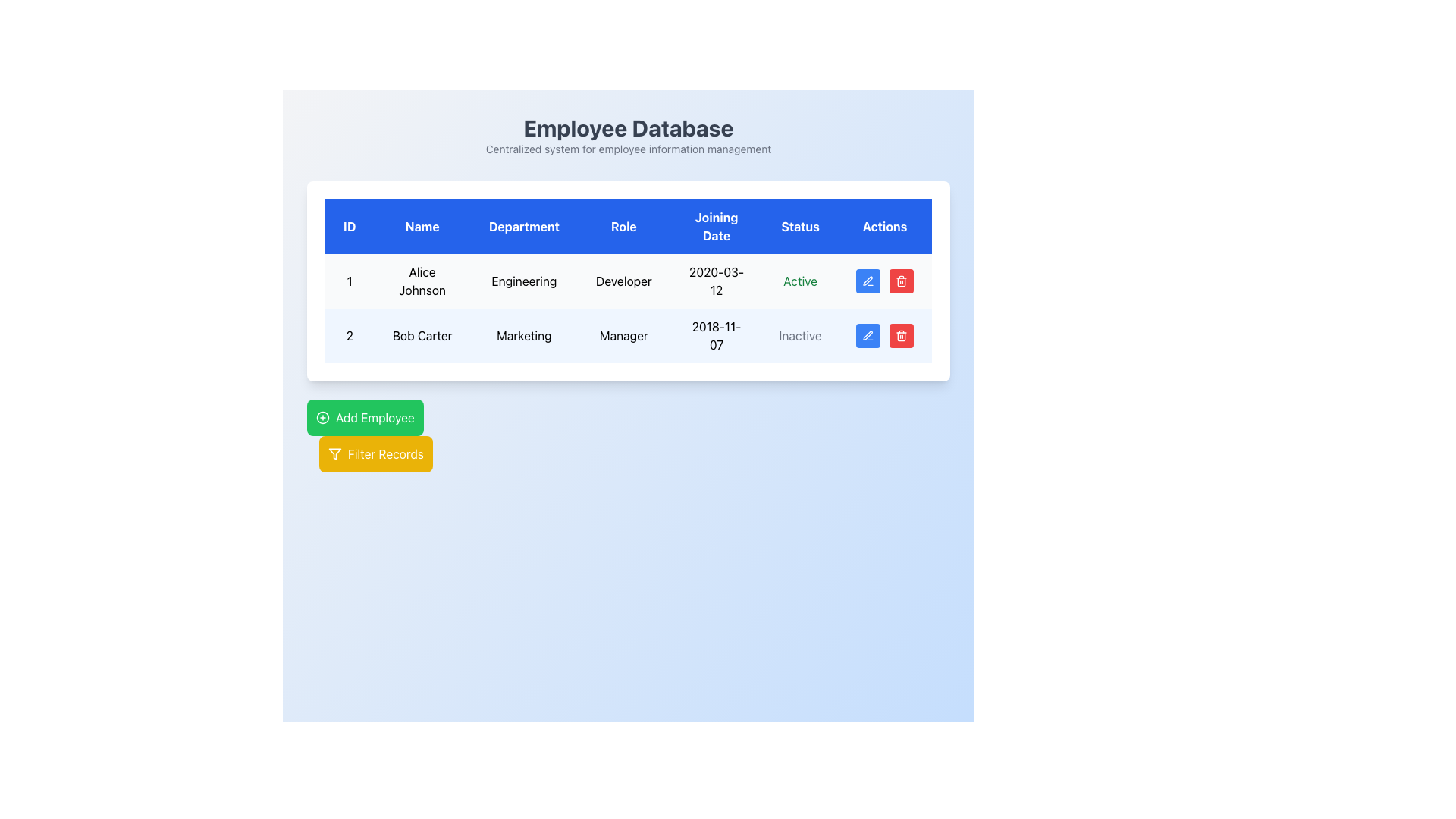 Image resolution: width=1456 pixels, height=819 pixels. I want to click on the red square button with a trash icon in the 'Actions' column for the employee 'Bob Carter', so click(902, 281).